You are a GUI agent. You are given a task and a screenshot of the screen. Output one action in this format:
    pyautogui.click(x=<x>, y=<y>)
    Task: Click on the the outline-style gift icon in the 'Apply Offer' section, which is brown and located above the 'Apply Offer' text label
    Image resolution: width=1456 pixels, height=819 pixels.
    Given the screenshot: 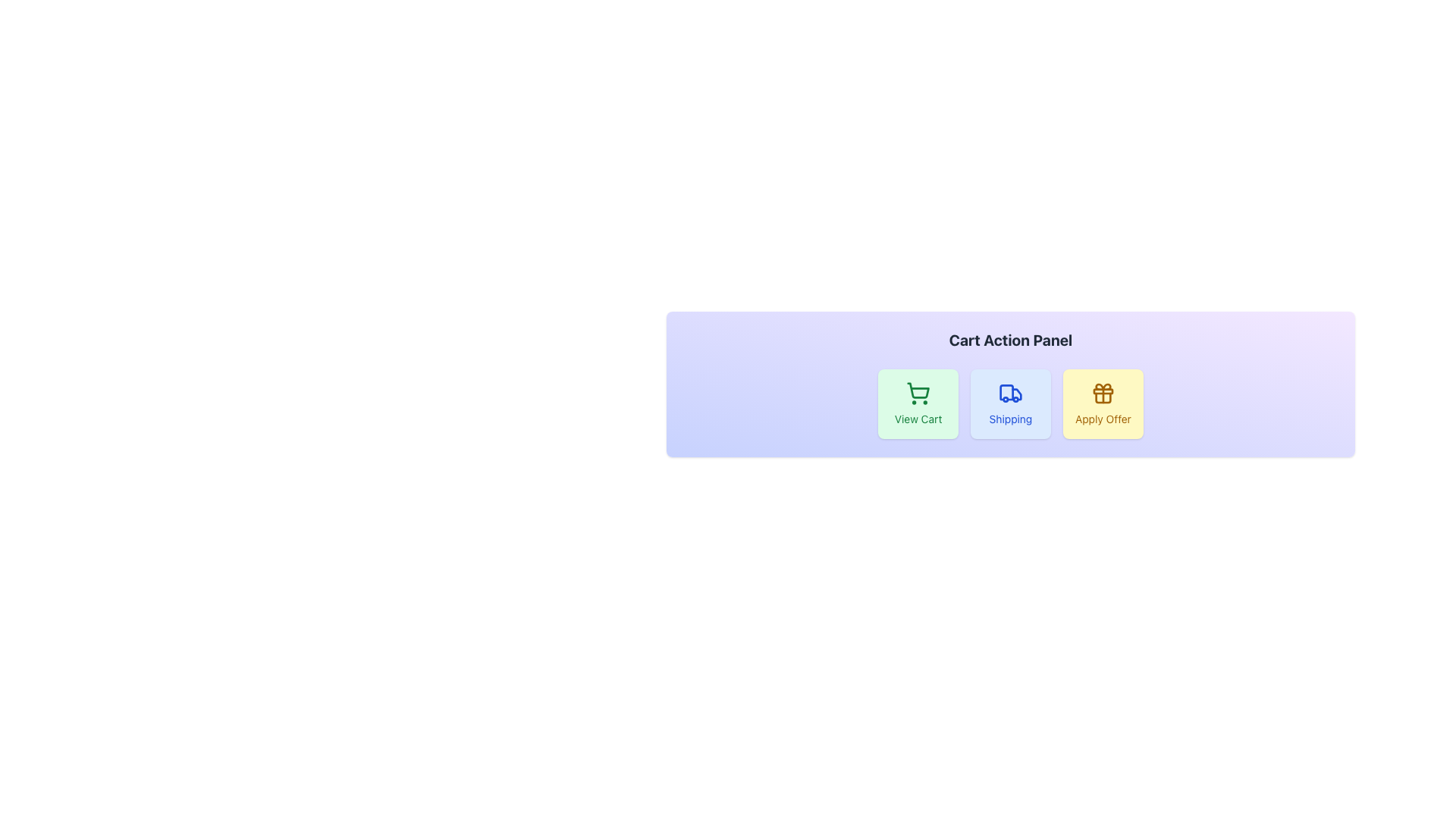 What is the action you would take?
    pyautogui.click(x=1103, y=393)
    